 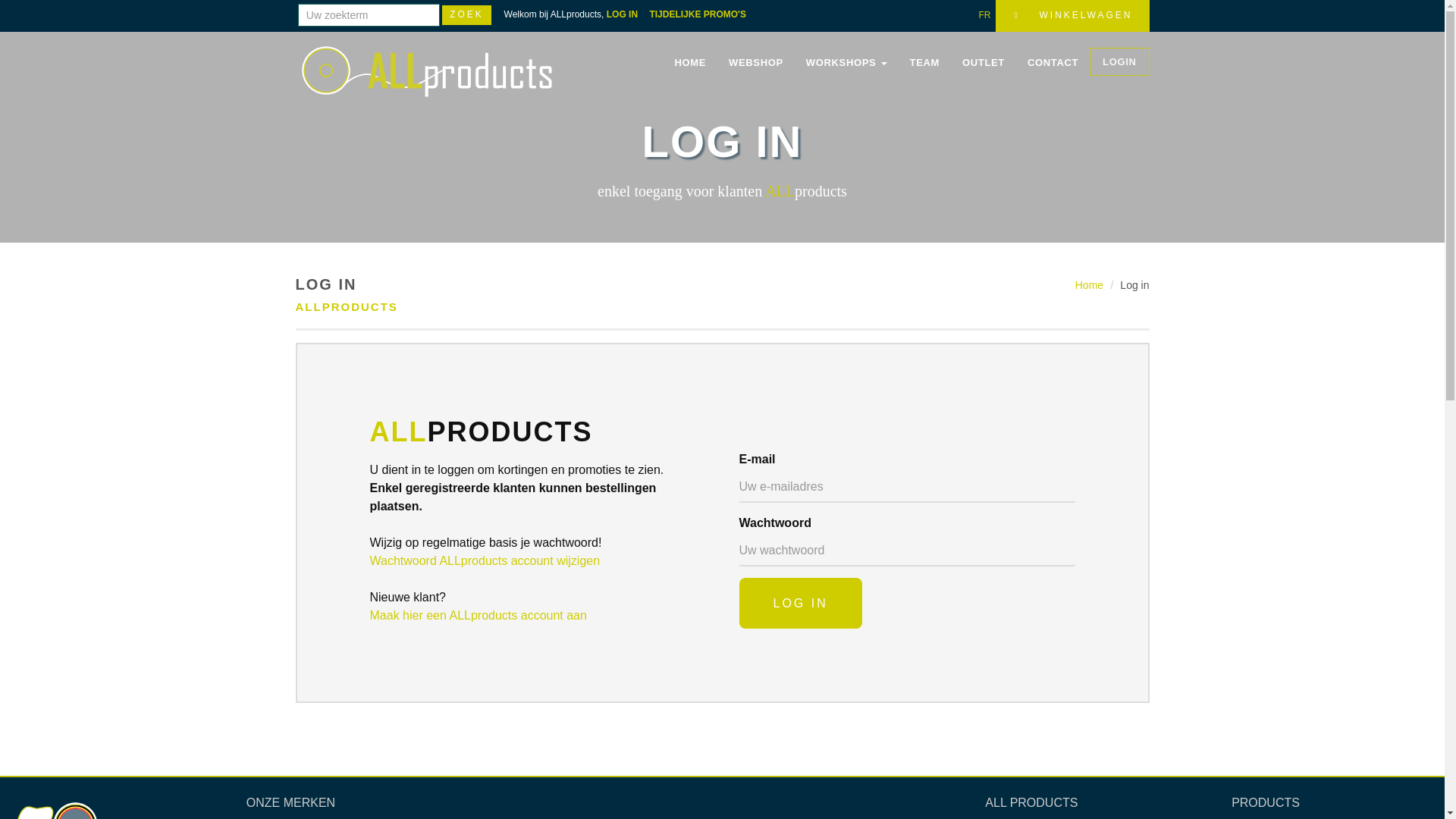 I want to click on 'FR', so click(x=978, y=14).